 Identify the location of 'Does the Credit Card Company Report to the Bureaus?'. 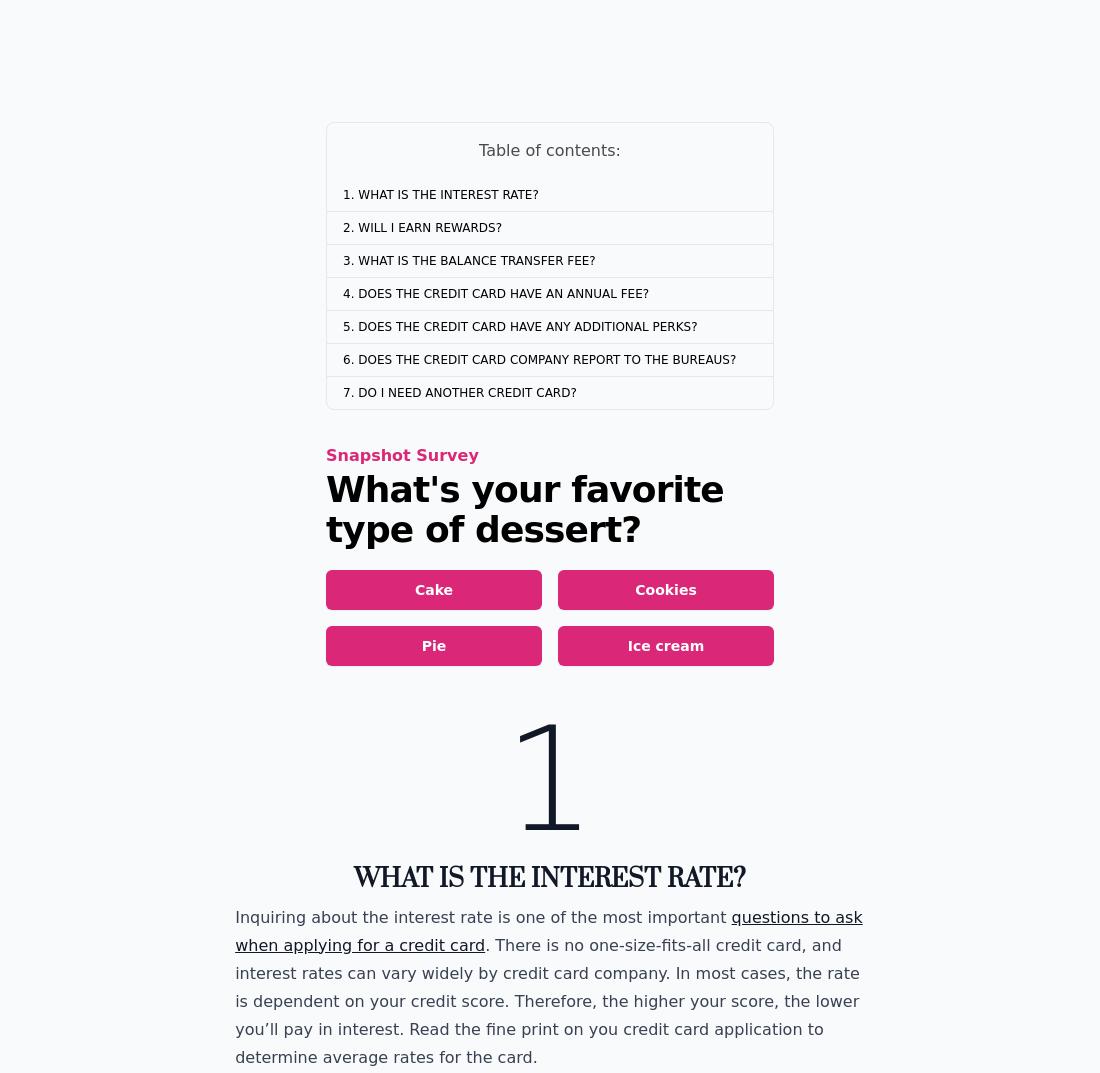
(547, 358).